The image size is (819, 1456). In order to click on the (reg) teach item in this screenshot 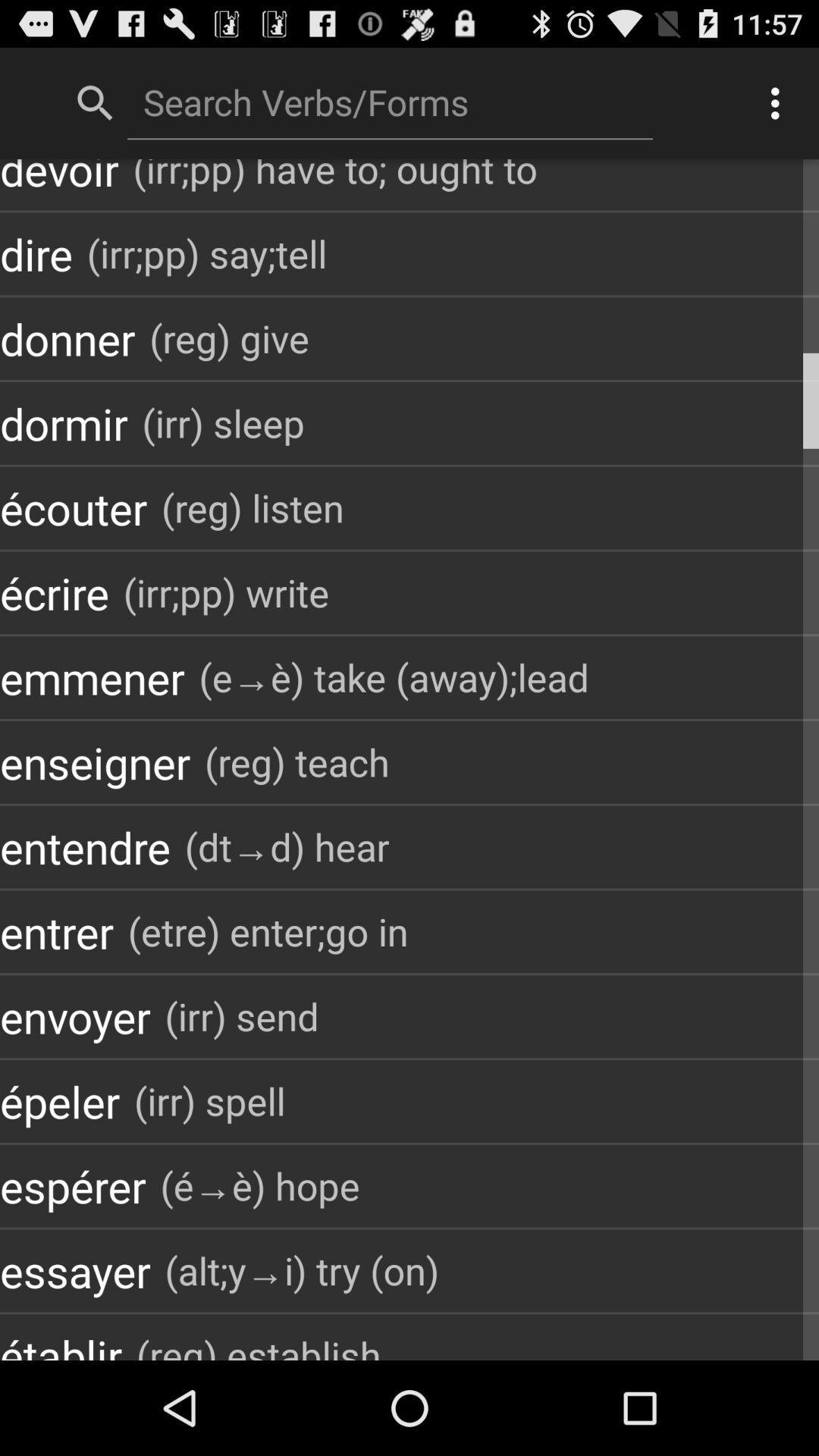, I will do `click(297, 762)`.